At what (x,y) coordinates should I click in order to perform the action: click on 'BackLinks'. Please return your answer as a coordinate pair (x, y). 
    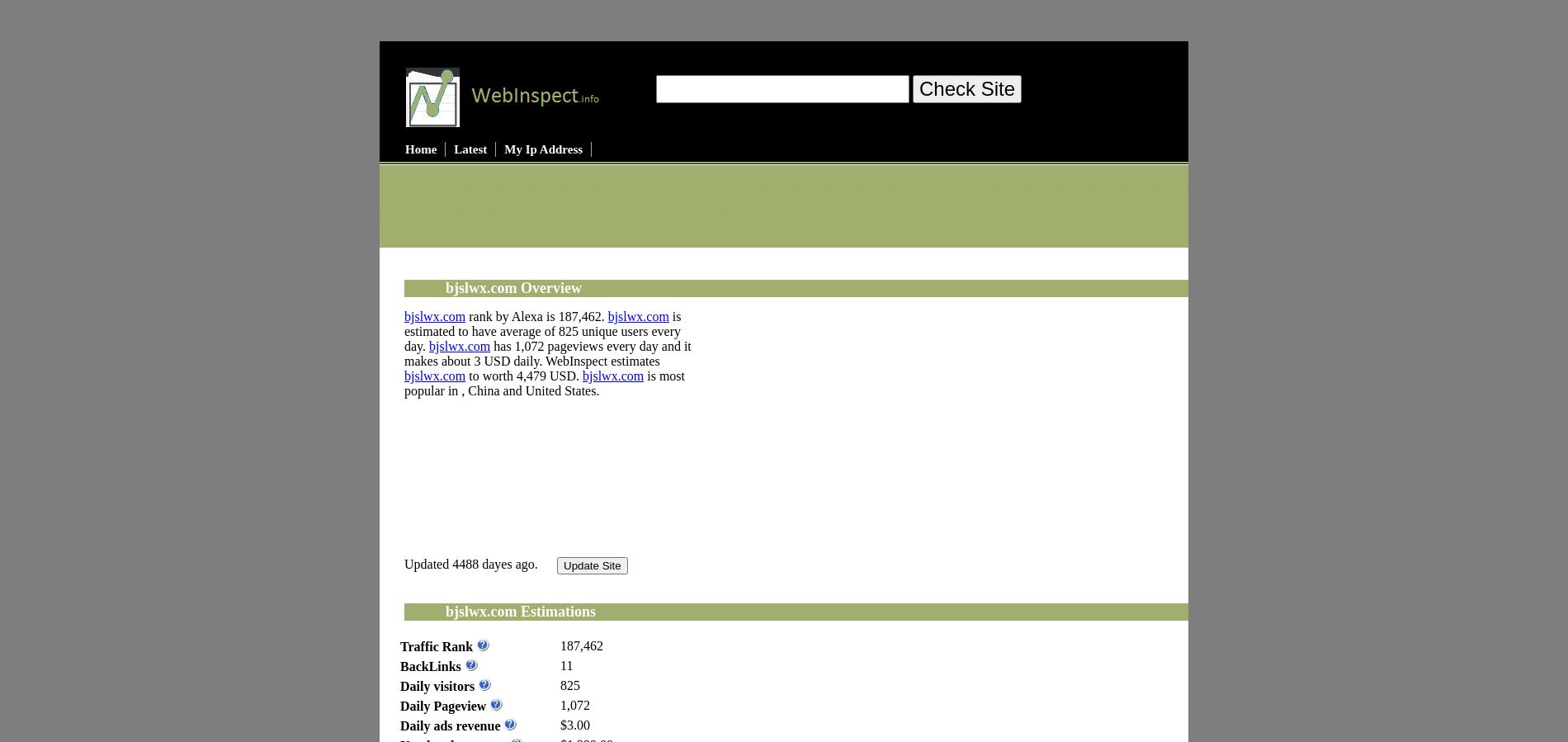
    Looking at the image, I should click on (400, 665).